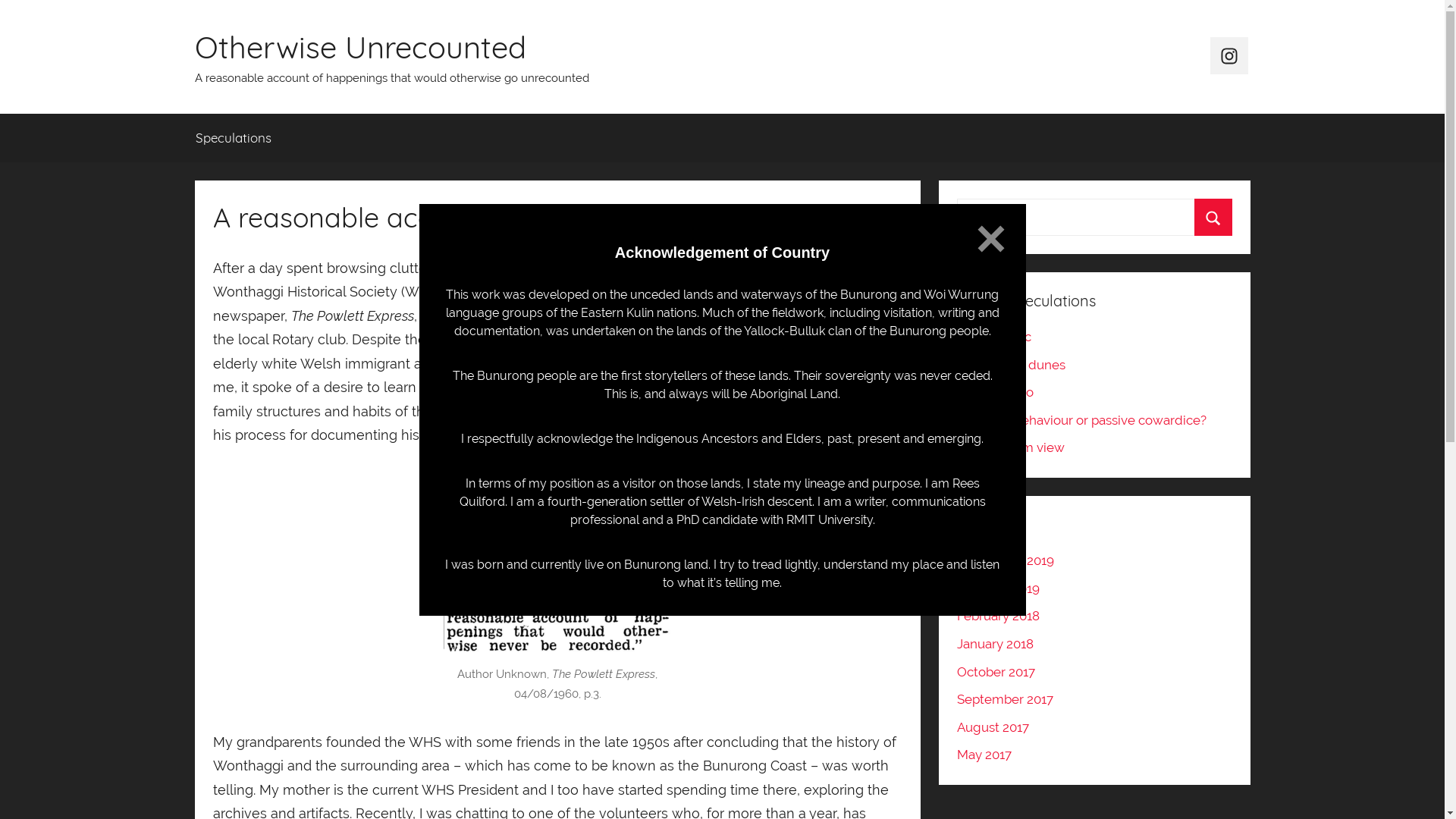 This screenshot has width=1456, height=819. I want to click on 'February 2018', so click(998, 616).